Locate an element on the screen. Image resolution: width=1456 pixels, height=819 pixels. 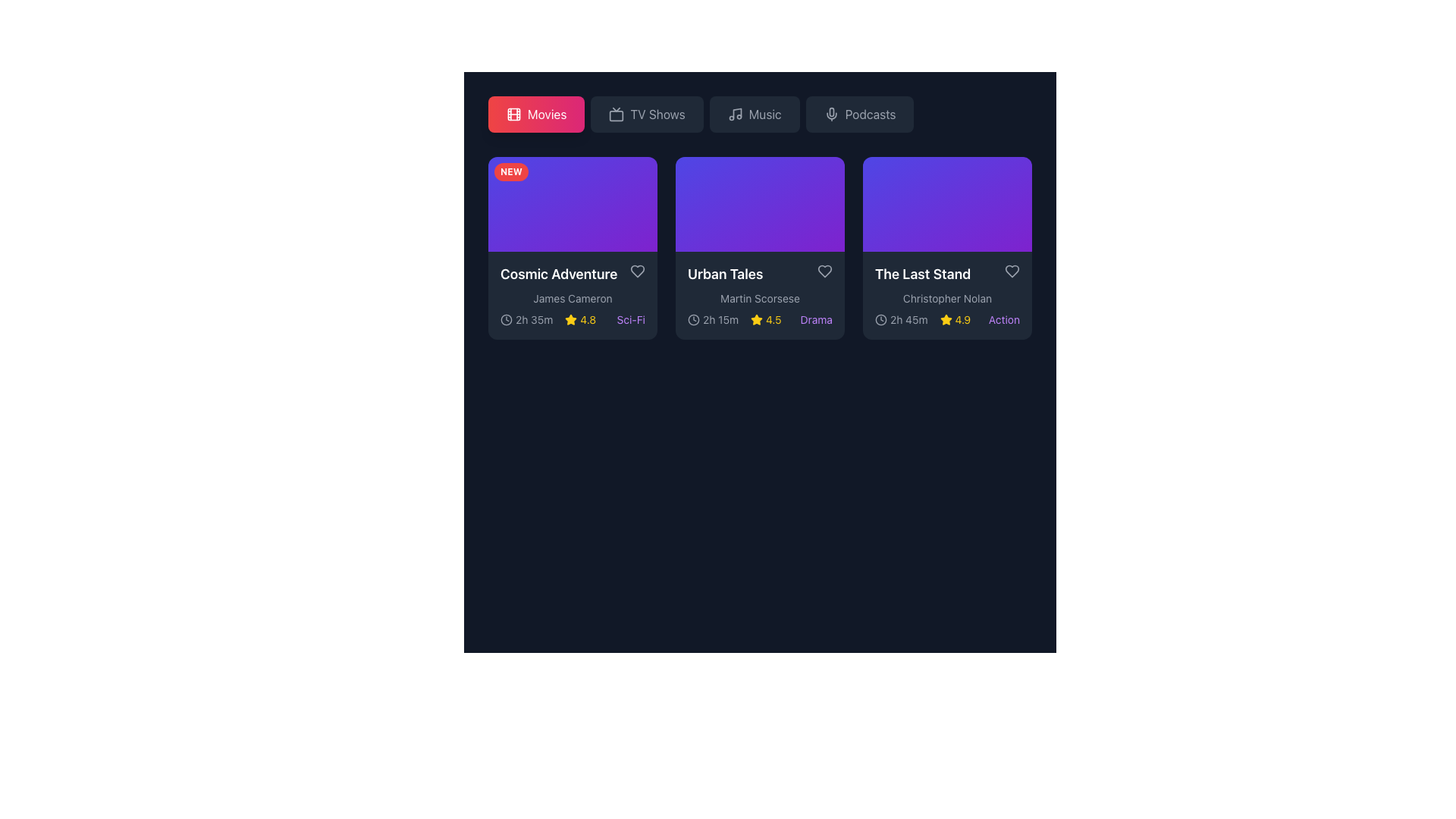
the analog clock icon with a circular outline located in the 'Cosmic Adventure' card, next to the duration text '2h 35m' is located at coordinates (506, 318).